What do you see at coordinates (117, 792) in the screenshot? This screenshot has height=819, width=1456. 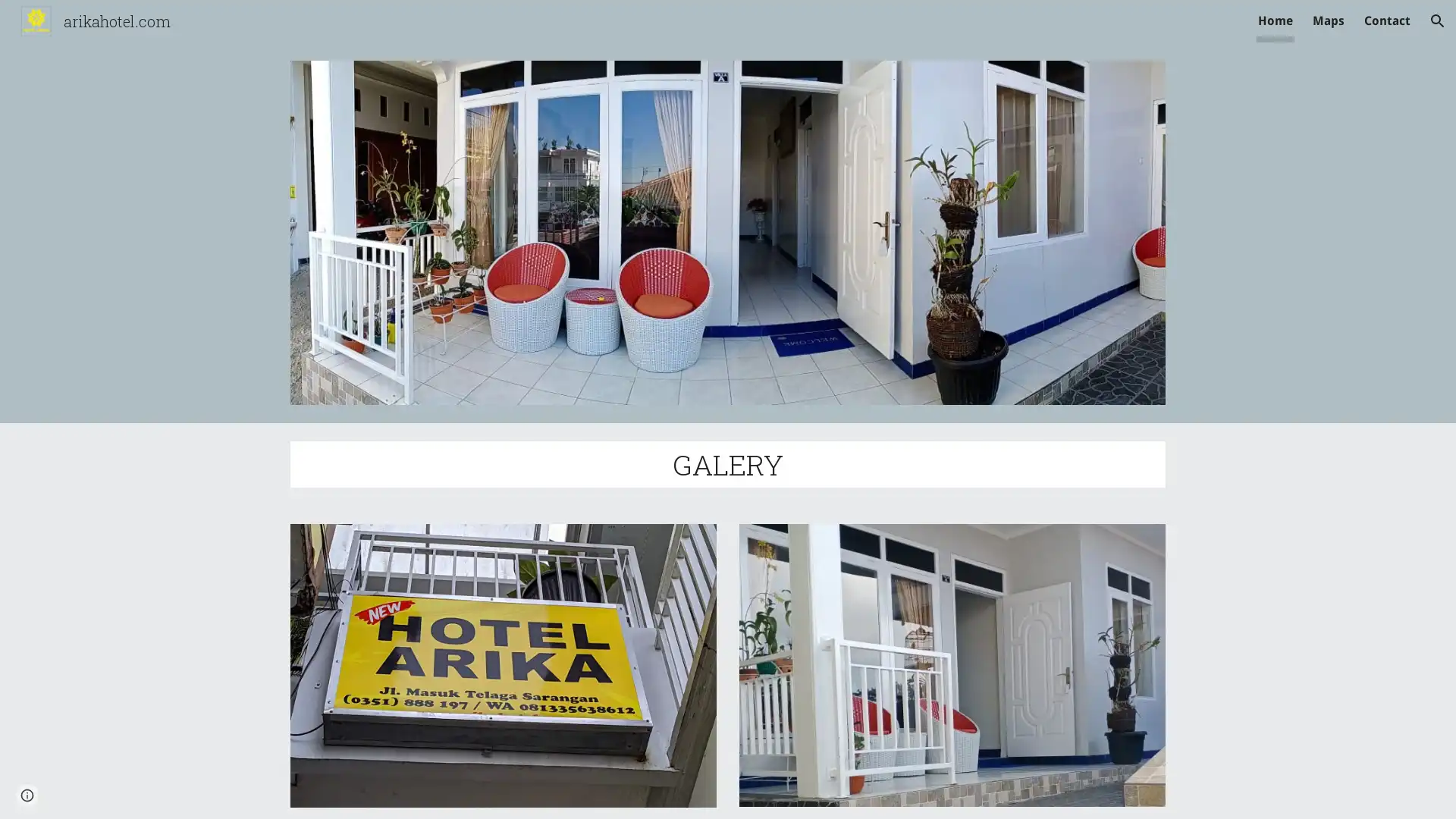 I see `Google Sites` at bounding box center [117, 792].